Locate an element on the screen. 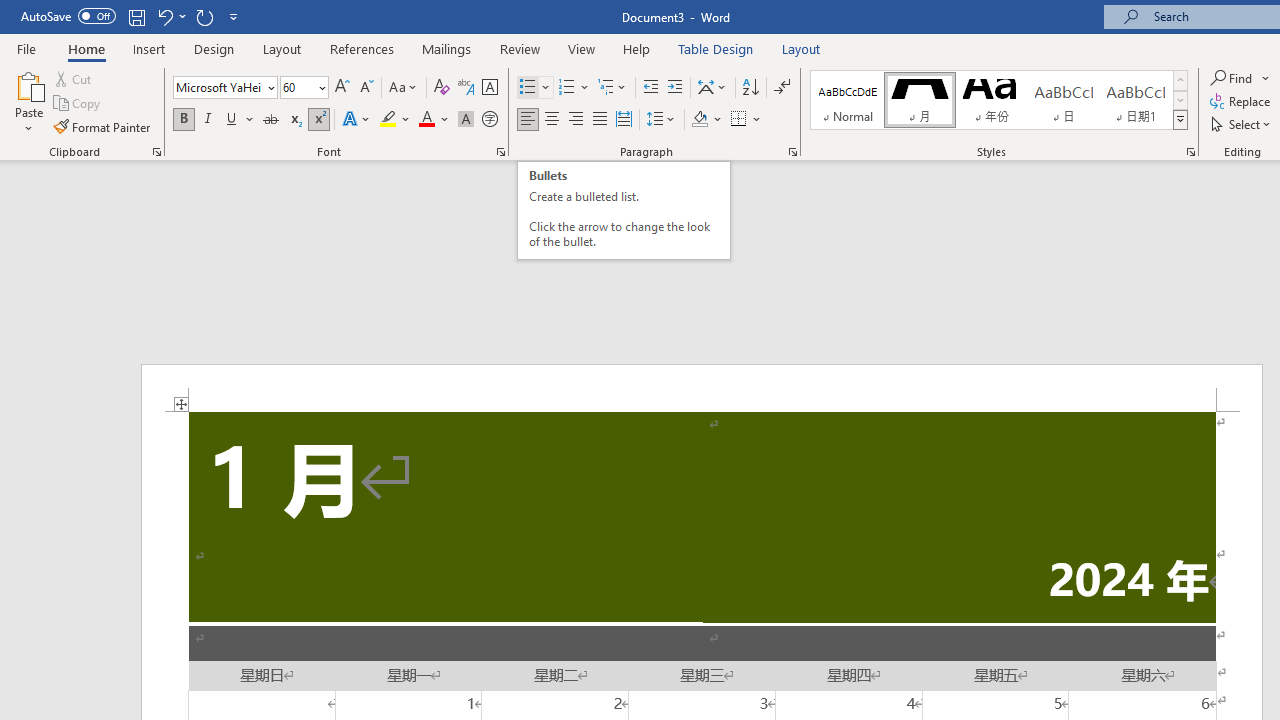 The width and height of the screenshot is (1280, 720). 'Numbering' is located at coordinates (573, 86).